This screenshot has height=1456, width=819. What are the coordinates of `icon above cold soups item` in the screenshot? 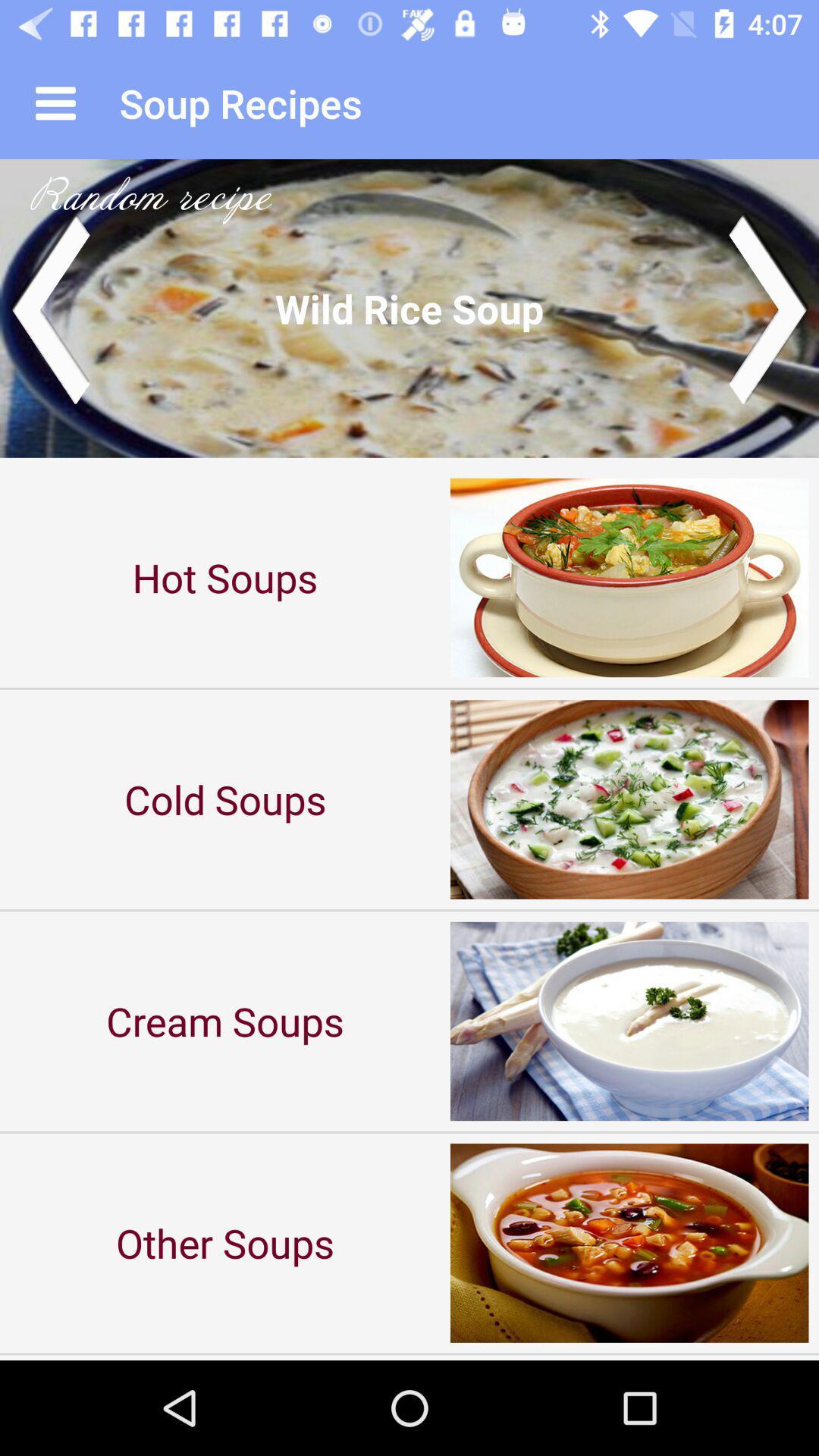 It's located at (225, 576).